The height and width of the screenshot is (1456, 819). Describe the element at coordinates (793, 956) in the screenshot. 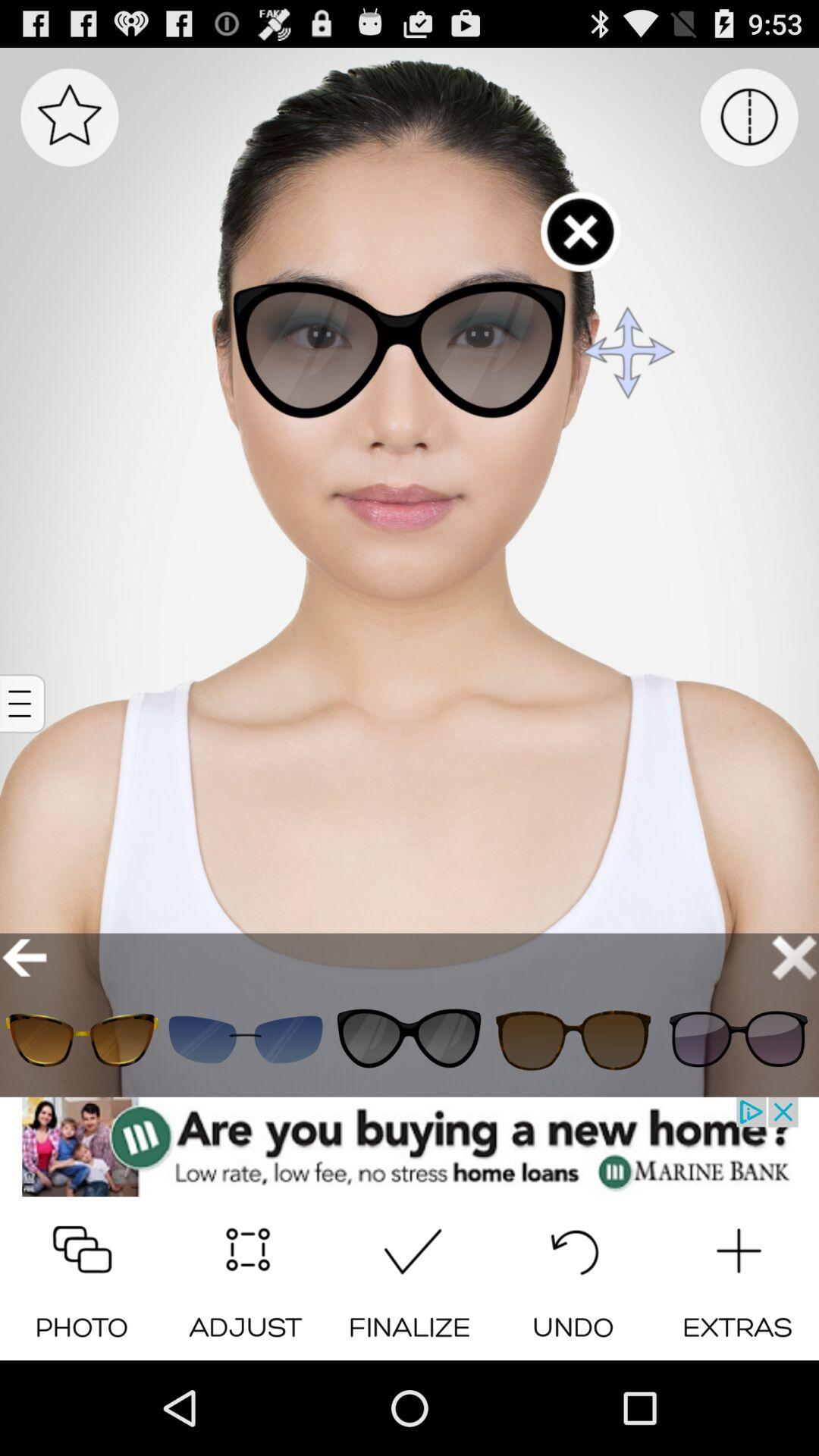

I see `closebutton` at that location.